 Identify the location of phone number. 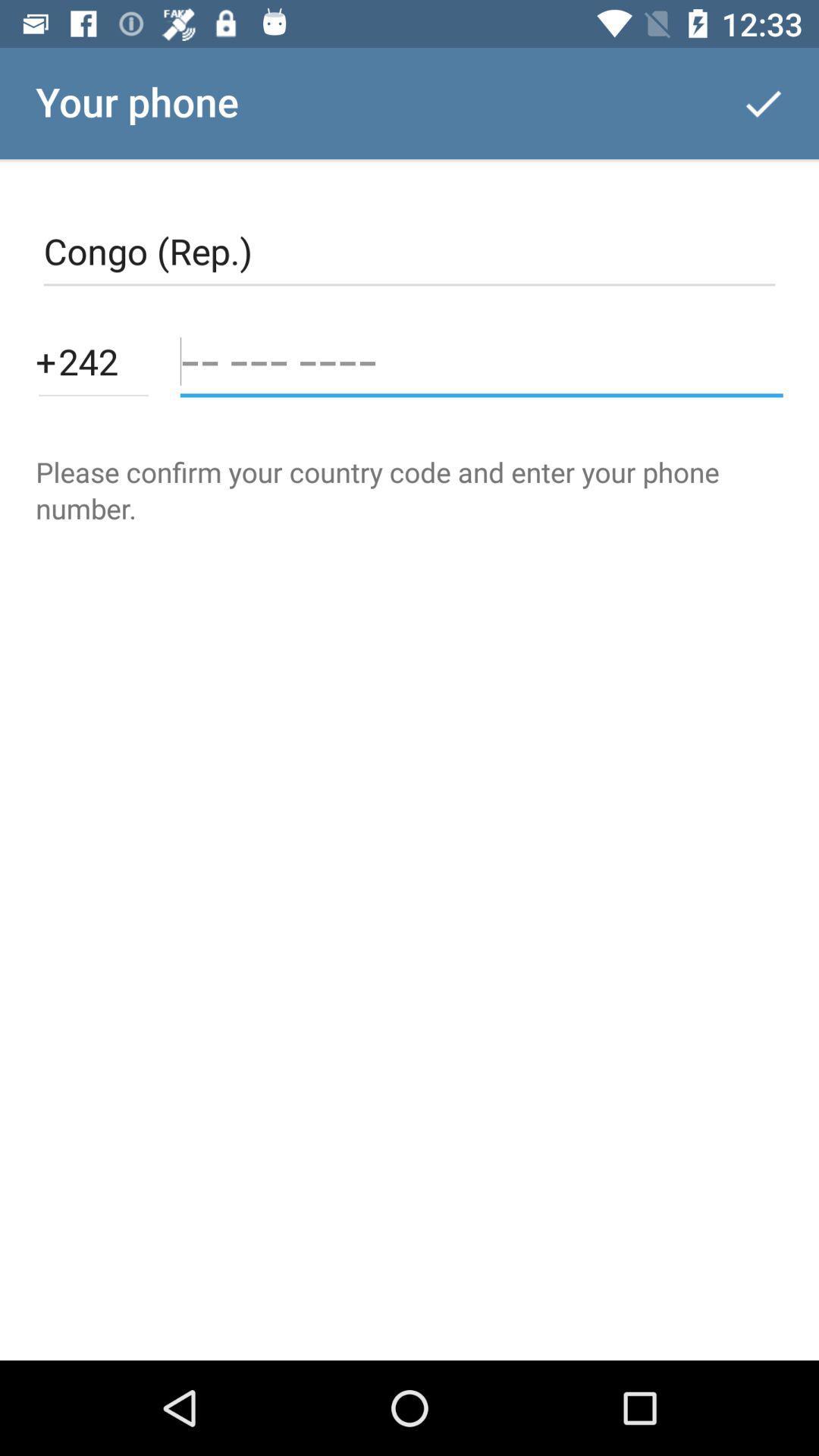
(482, 360).